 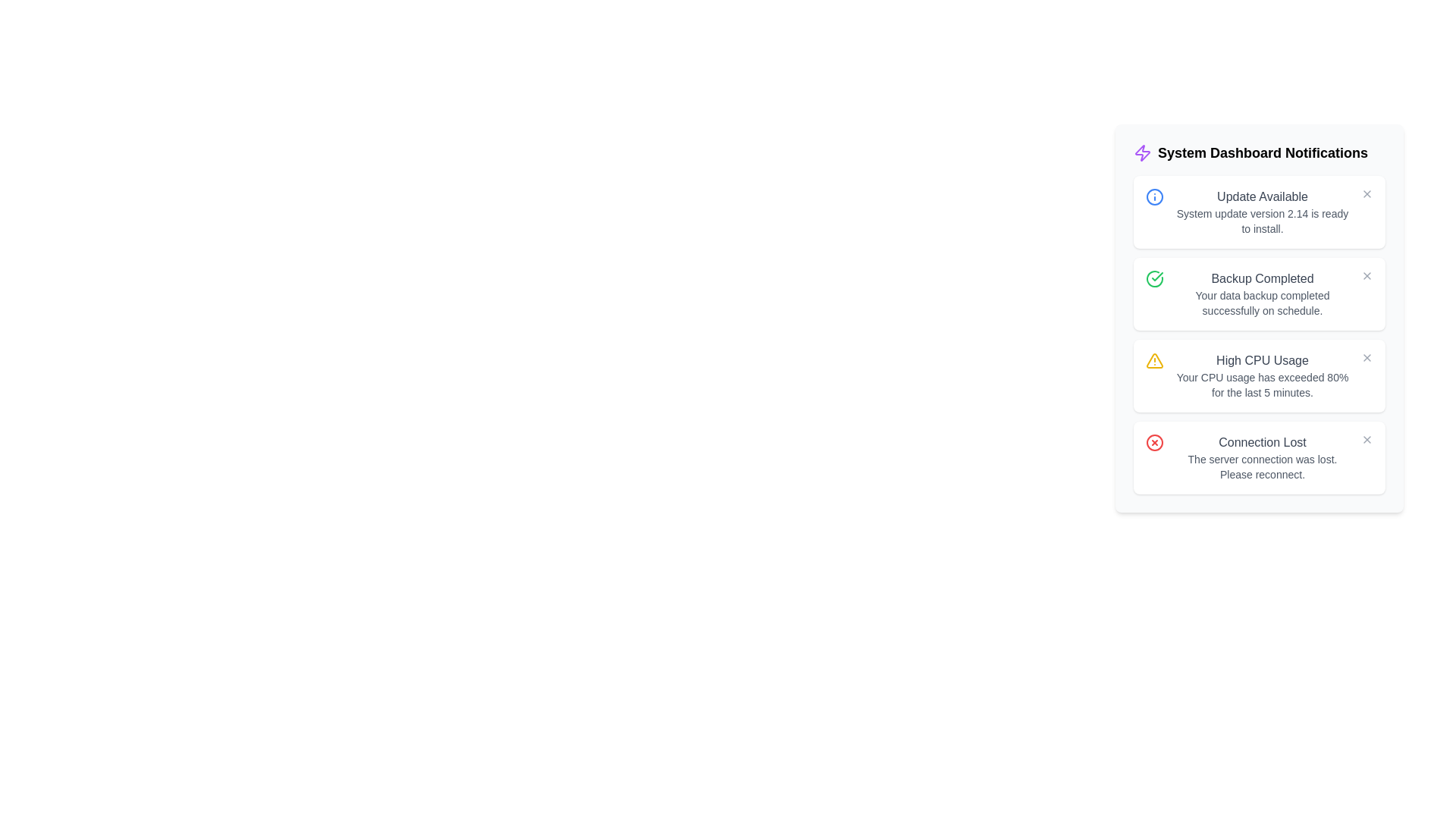 What do you see at coordinates (1263, 278) in the screenshot?
I see `the title text label indicating a successful backup operation in the second notification entry, positioned below a green checkmark icon and above descriptive text` at bounding box center [1263, 278].